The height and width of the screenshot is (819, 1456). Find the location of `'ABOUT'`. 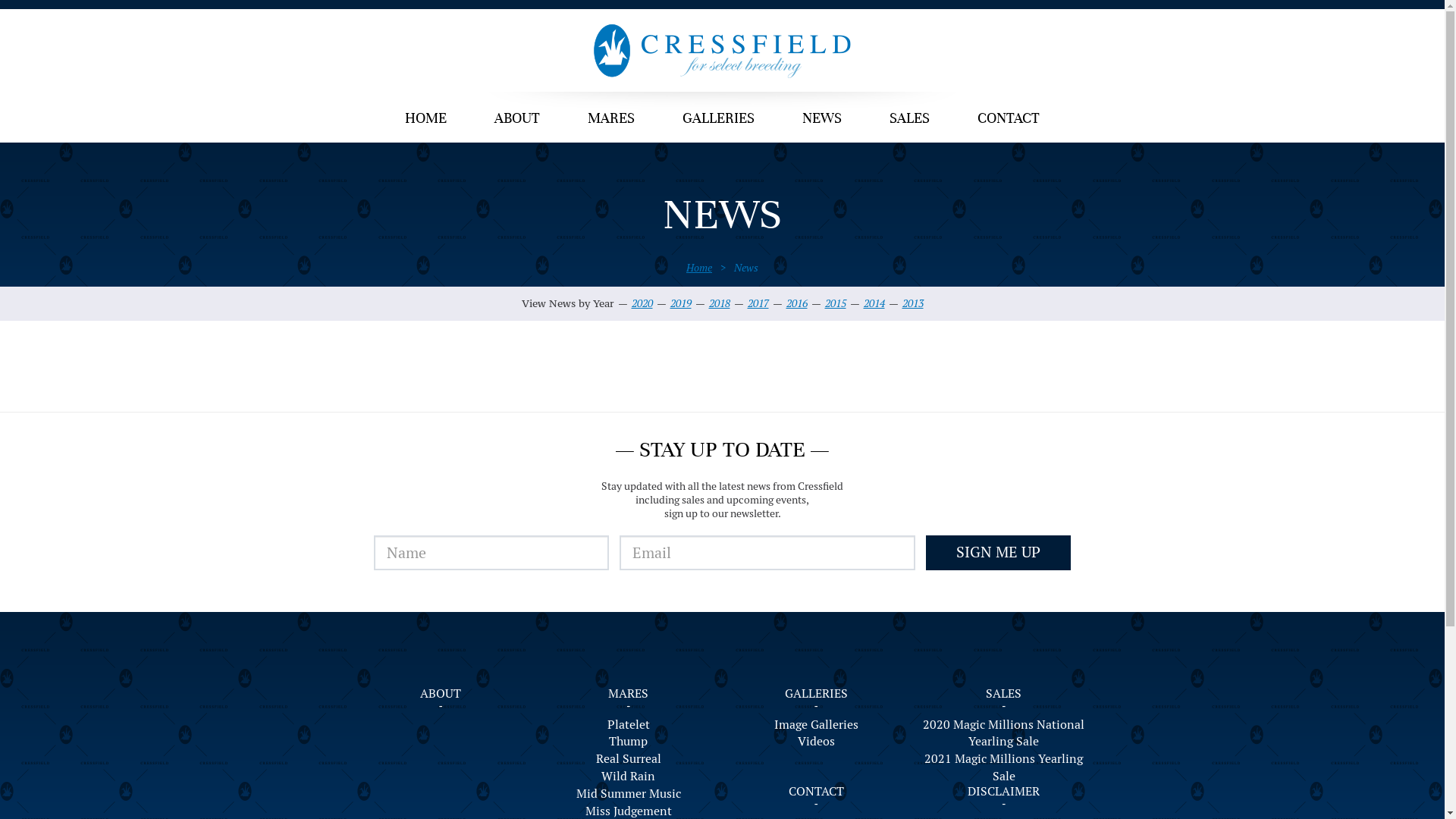

'ABOUT' is located at coordinates (516, 119).